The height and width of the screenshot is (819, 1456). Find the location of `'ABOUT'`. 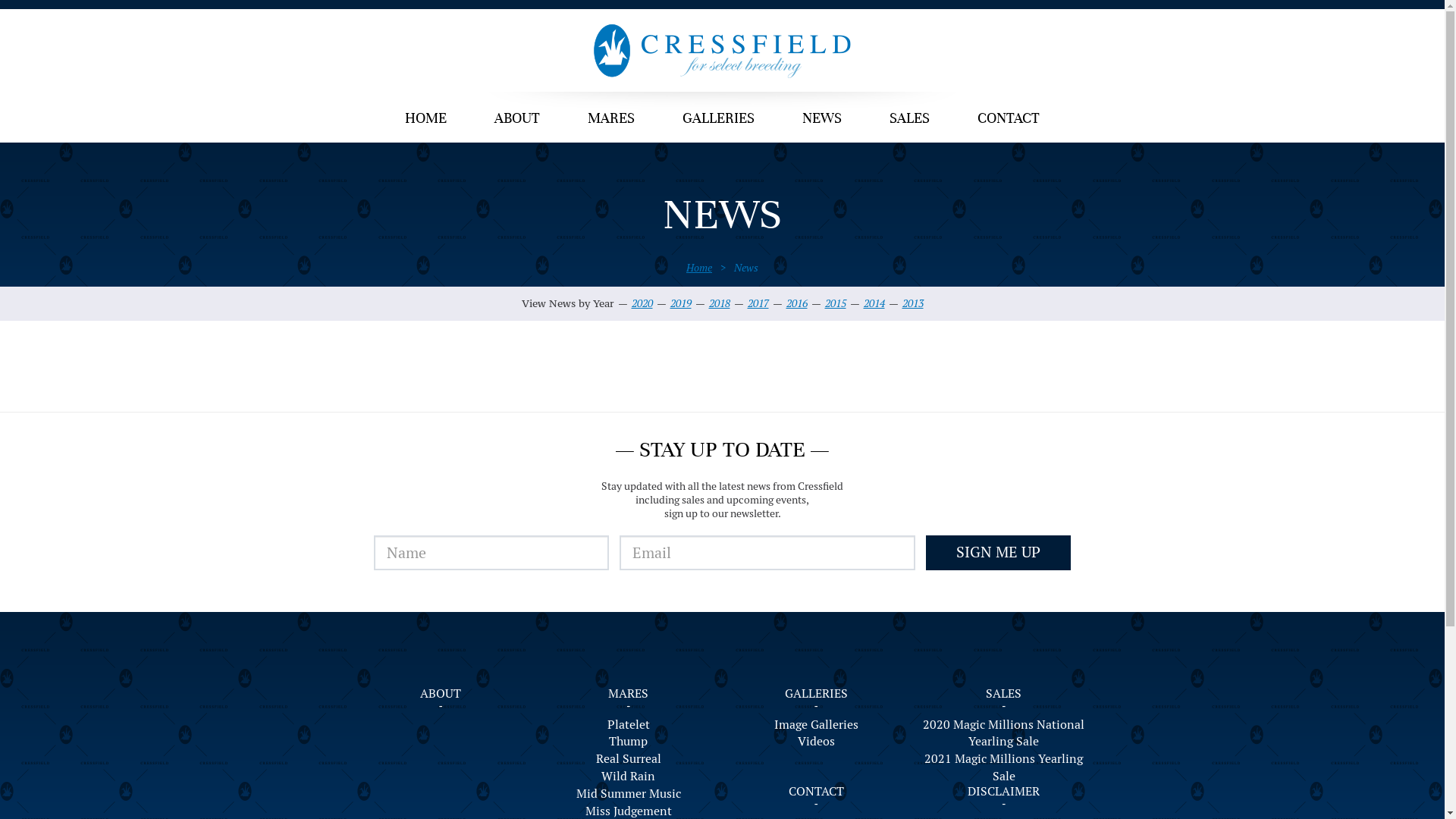

'ABOUT' is located at coordinates (516, 119).